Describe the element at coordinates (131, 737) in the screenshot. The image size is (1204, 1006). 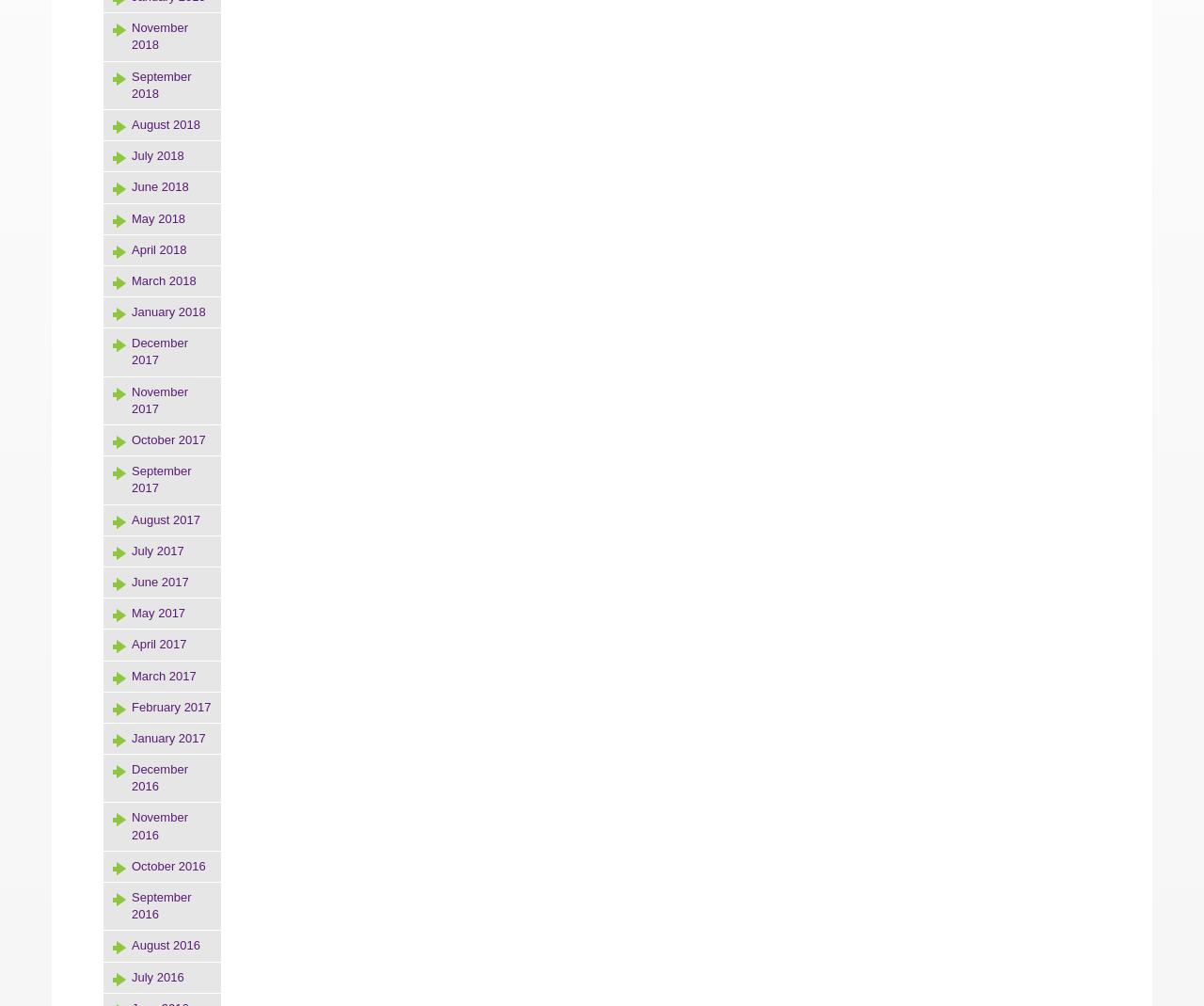
I see `'January 2017'` at that location.